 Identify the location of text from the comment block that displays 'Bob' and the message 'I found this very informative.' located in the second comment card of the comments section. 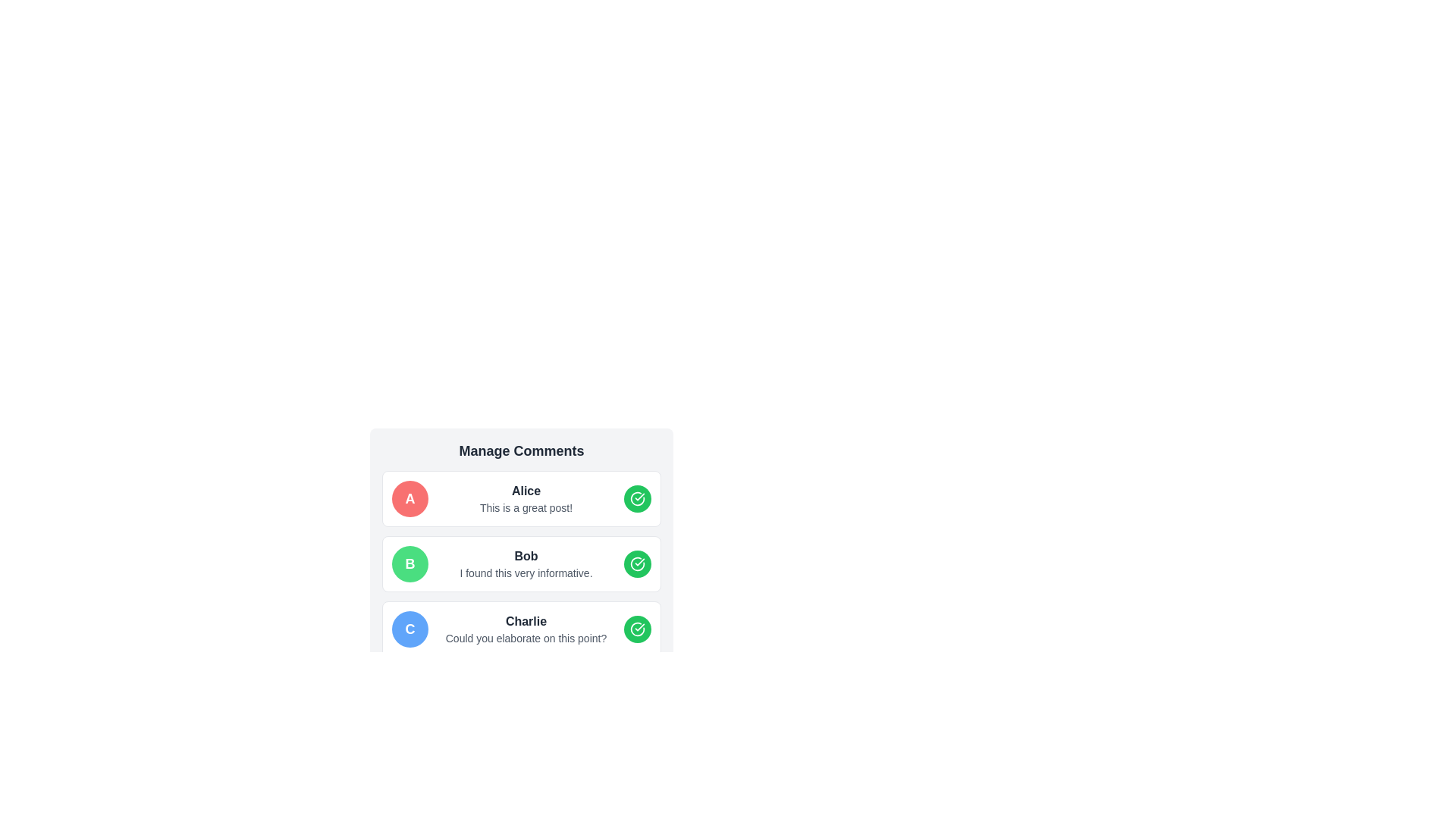
(526, 564).